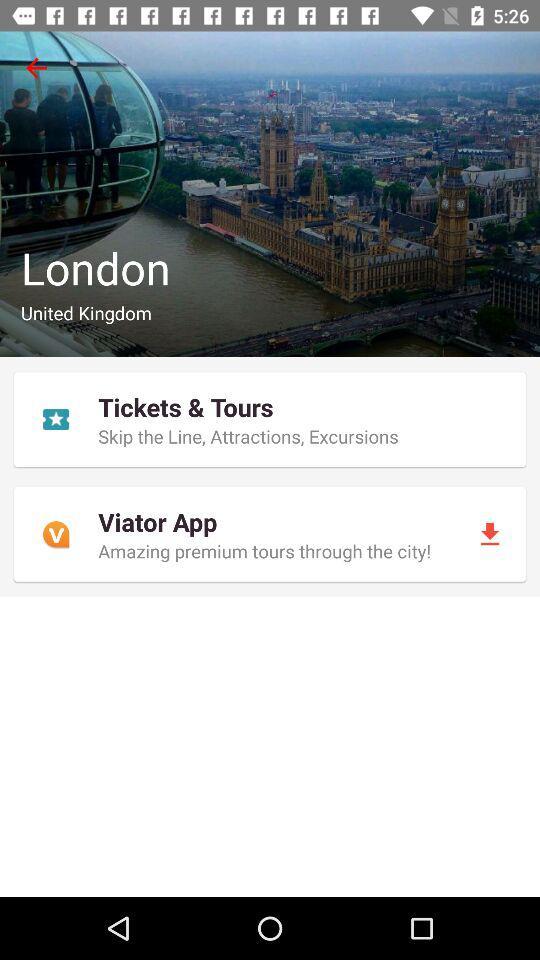 Image resolution: width=540 pixels, height=960 pixels. Describe the element at coordinates (36, 68) in the screenshot. I see `icon at the top left corner` at that location.